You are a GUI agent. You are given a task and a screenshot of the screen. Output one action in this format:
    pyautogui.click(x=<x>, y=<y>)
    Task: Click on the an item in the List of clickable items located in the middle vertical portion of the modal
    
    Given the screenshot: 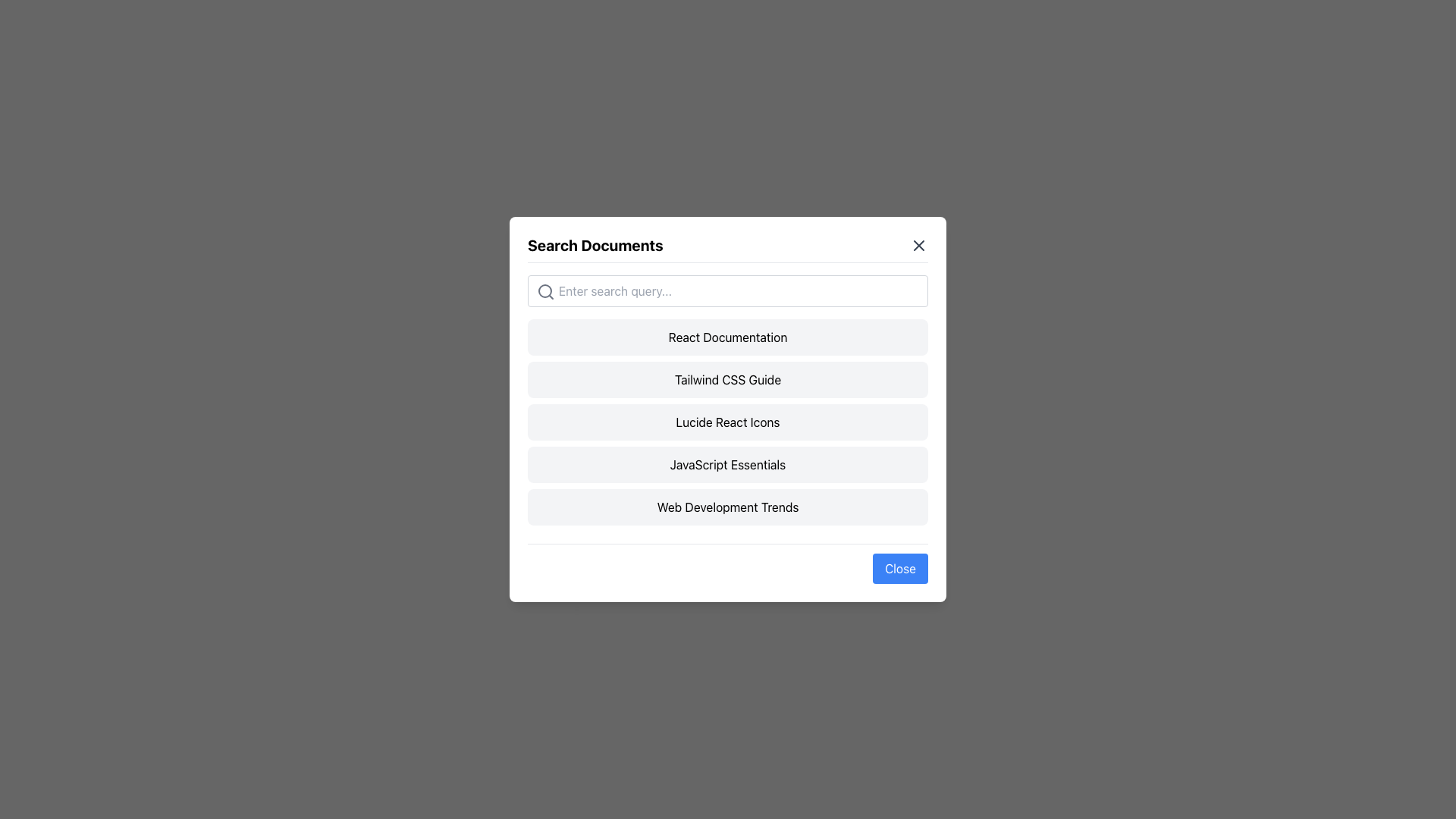 What is the action you would take?
    pyautogui.click(x=728, y=400)
    